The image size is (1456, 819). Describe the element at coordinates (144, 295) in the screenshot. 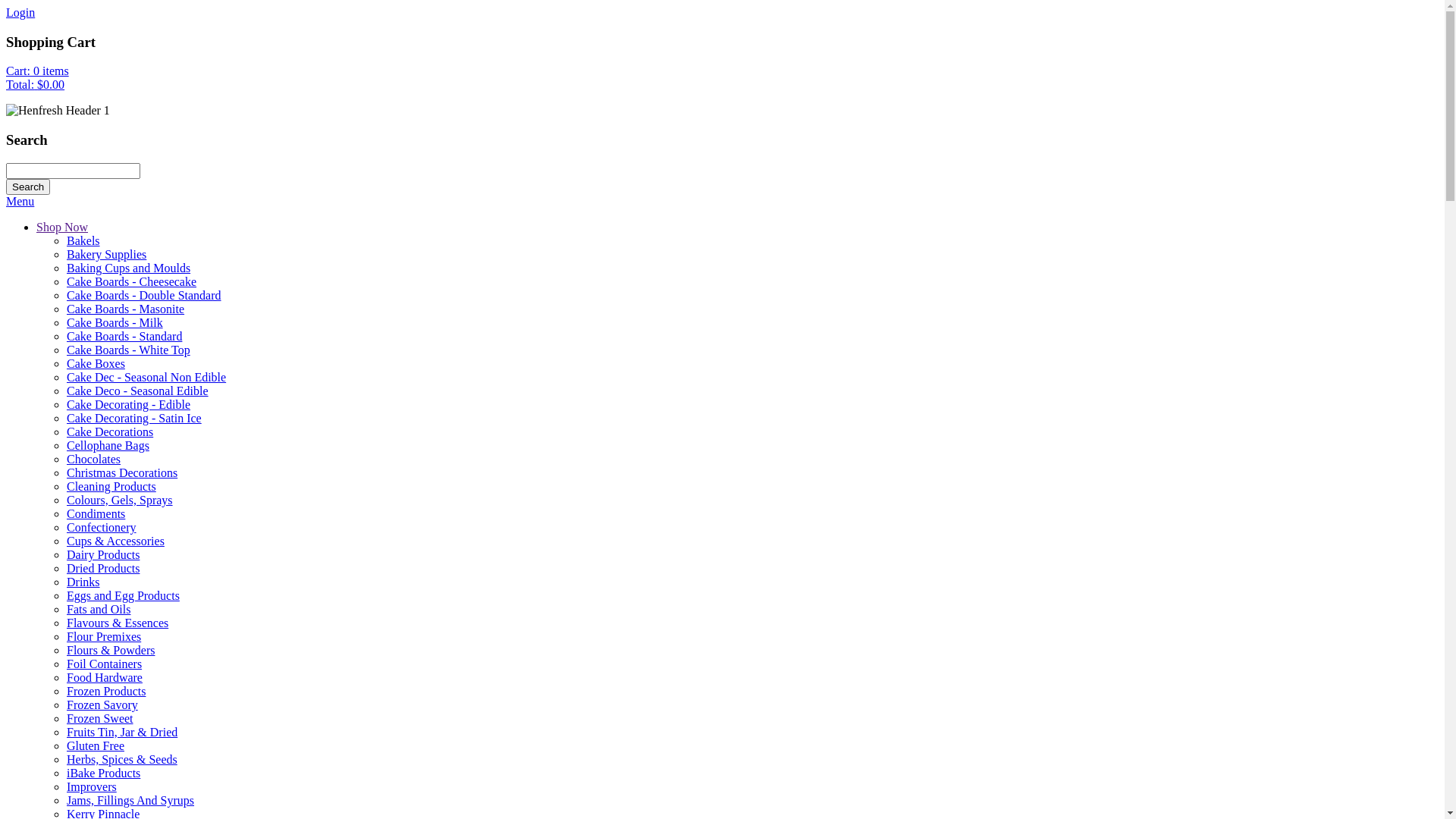

I see `'Cake Boards - Double Standard'` at that location.